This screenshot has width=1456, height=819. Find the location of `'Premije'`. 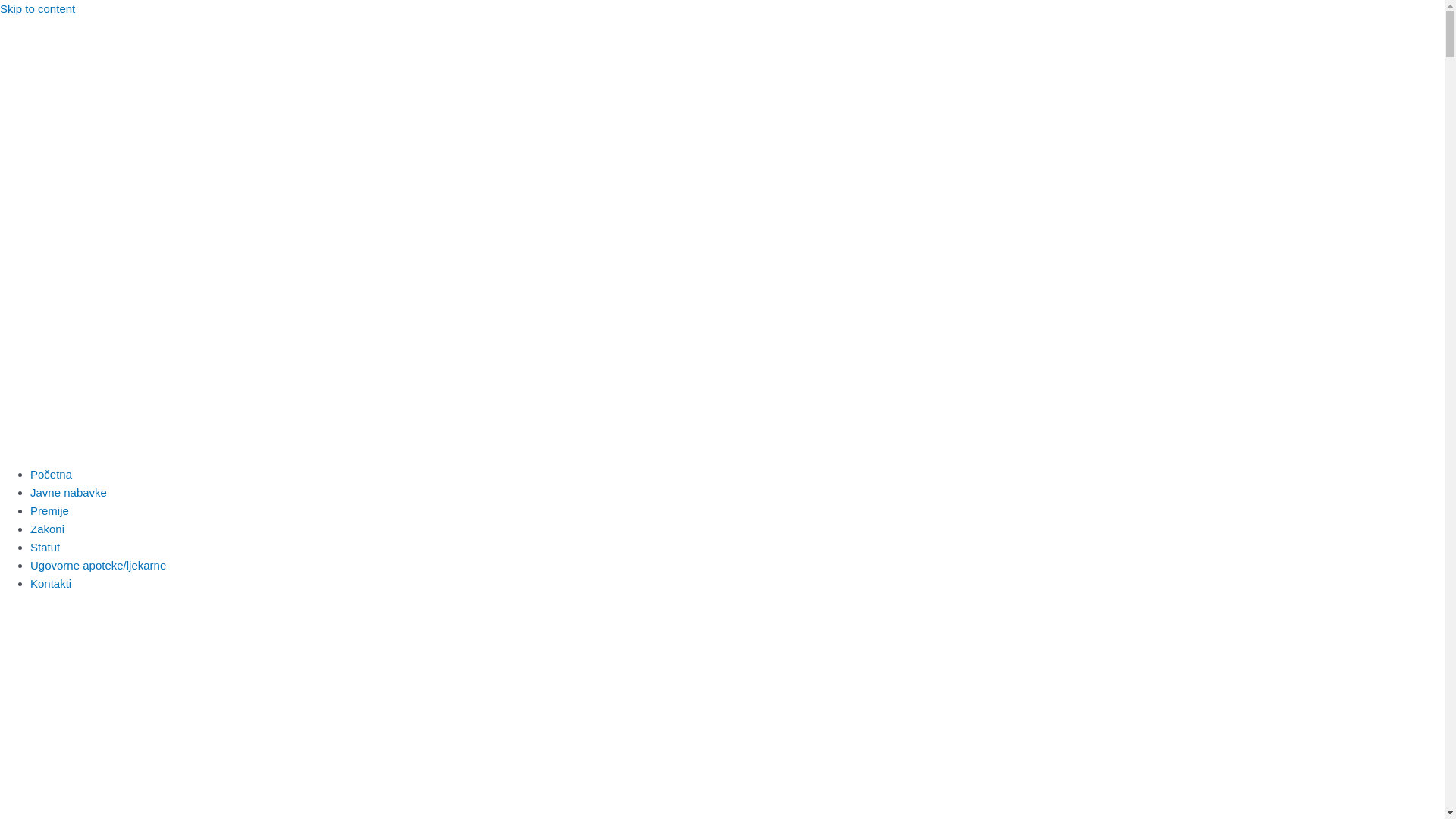

'Premije' is located at coordinates (30, 510).